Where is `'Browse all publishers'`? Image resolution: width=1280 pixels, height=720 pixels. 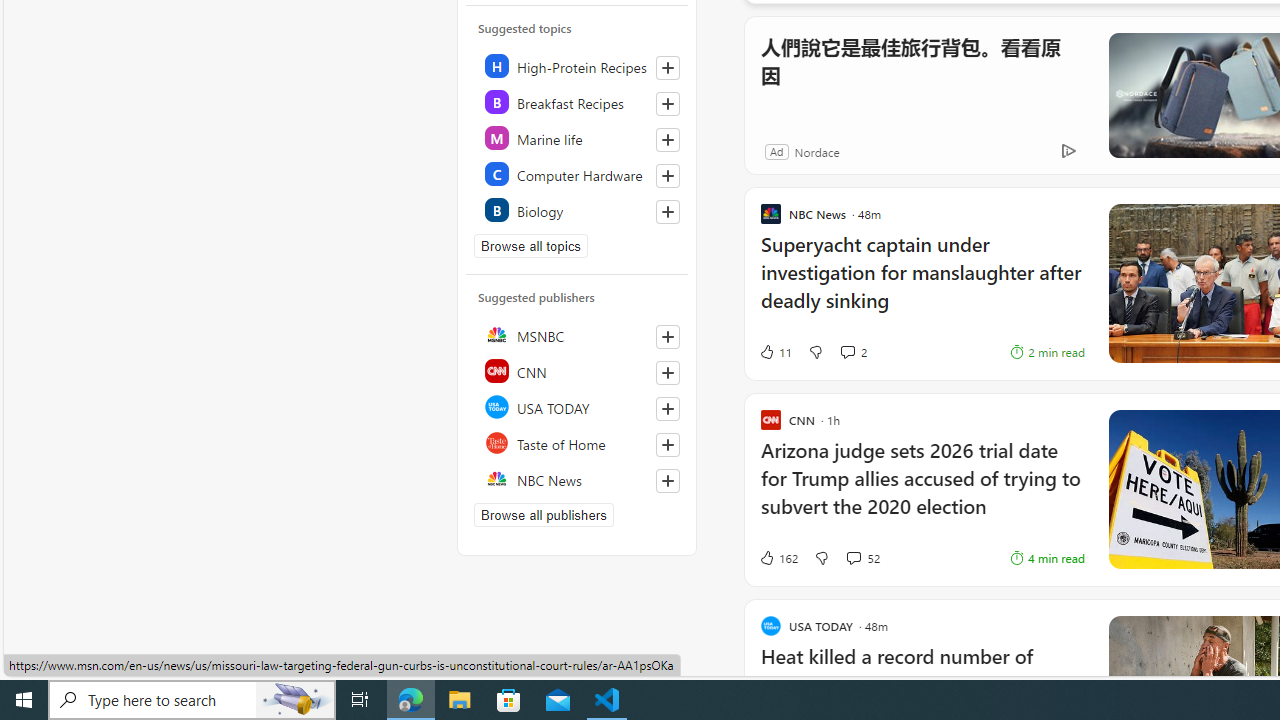 'Browse all publishers' is located at coordinates (544, 514).